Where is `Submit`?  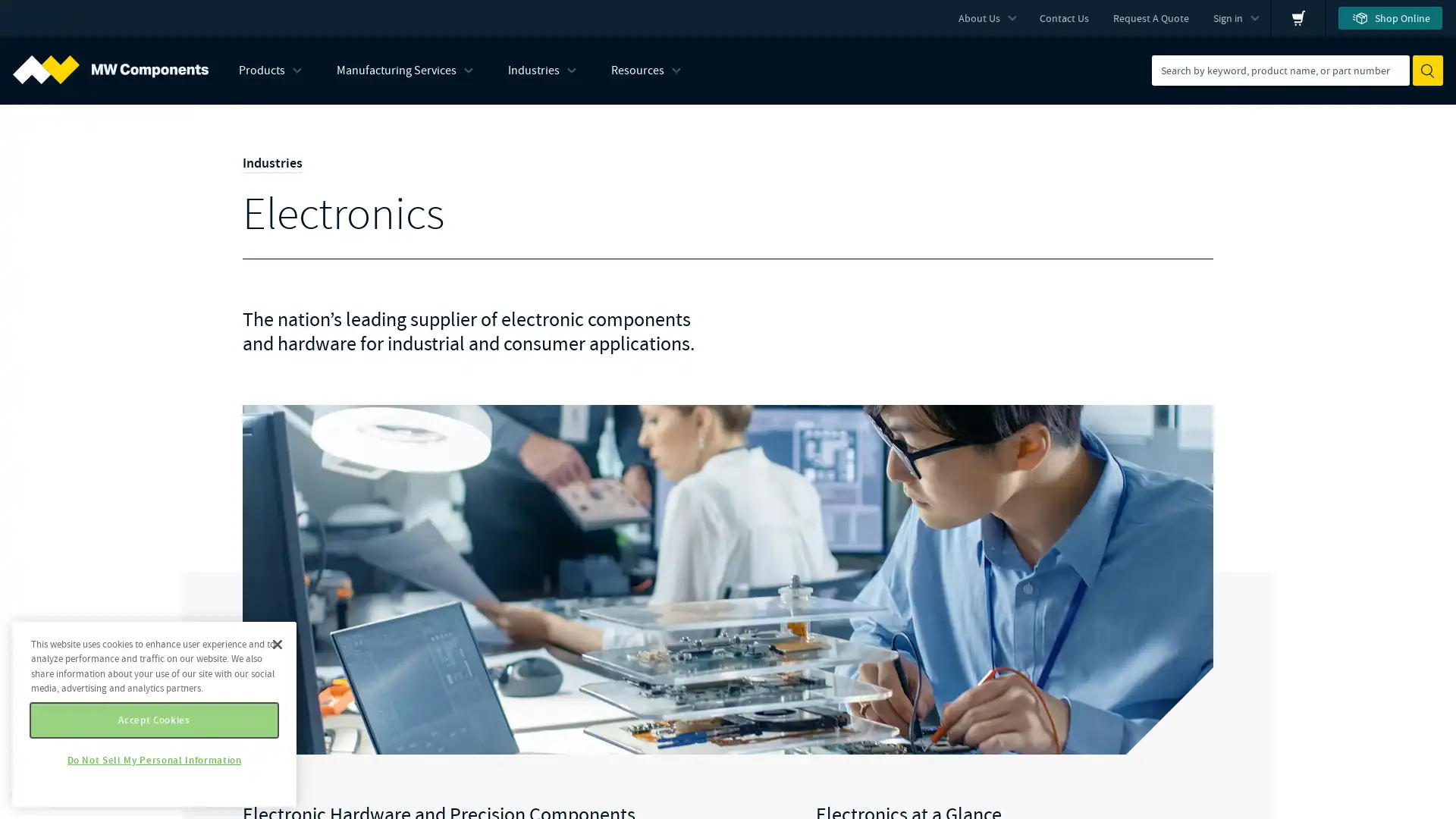
Submit is located at coordinates (1426, 70).